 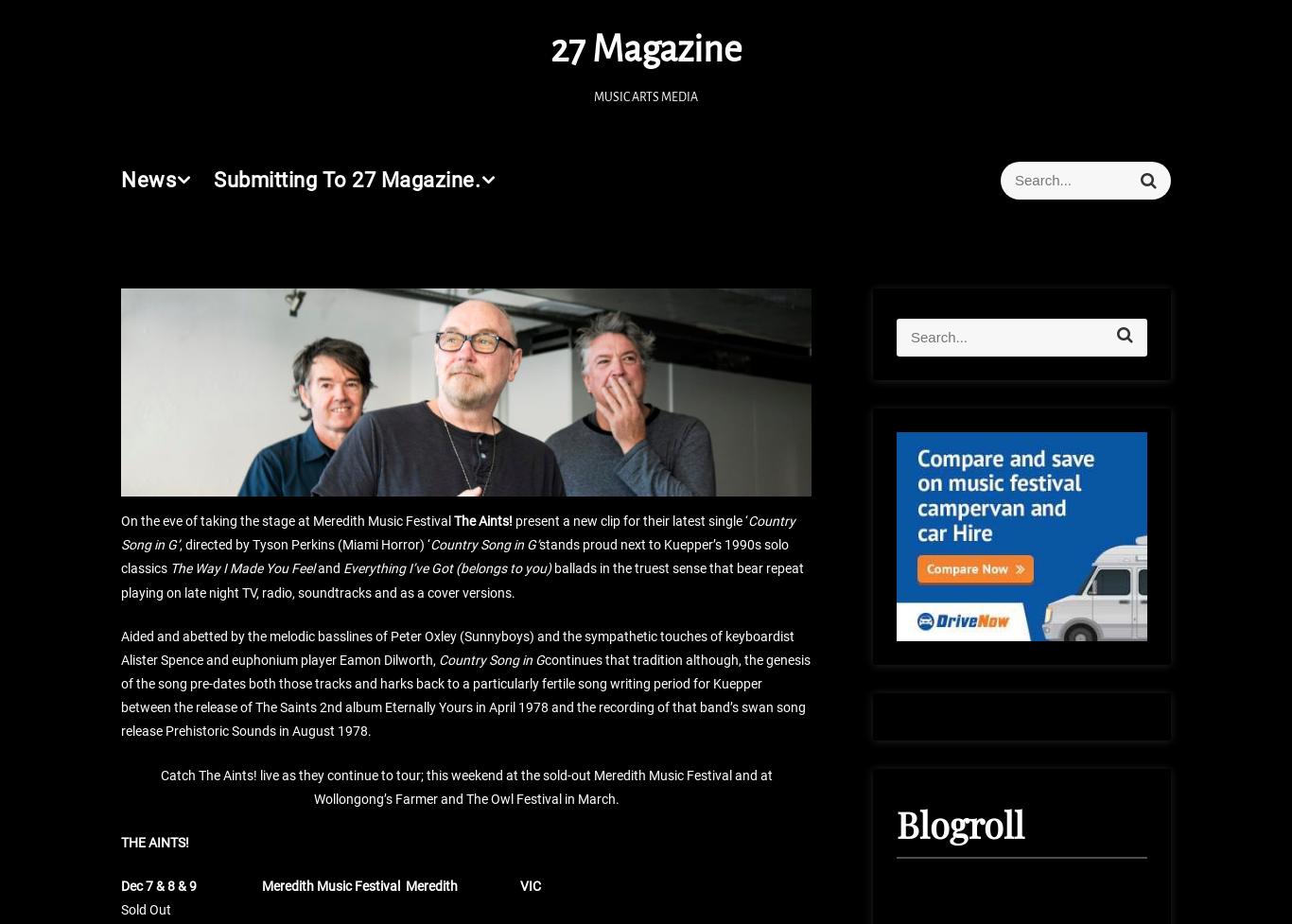 What do you see at coordinates (774, 451) in the screenshot?
I see `'News: KNOTFEST RETURNS TO AUSTRALIA IN 2024 & THE LINE-UP IS HERE!'` at bounding box center [774, 451].